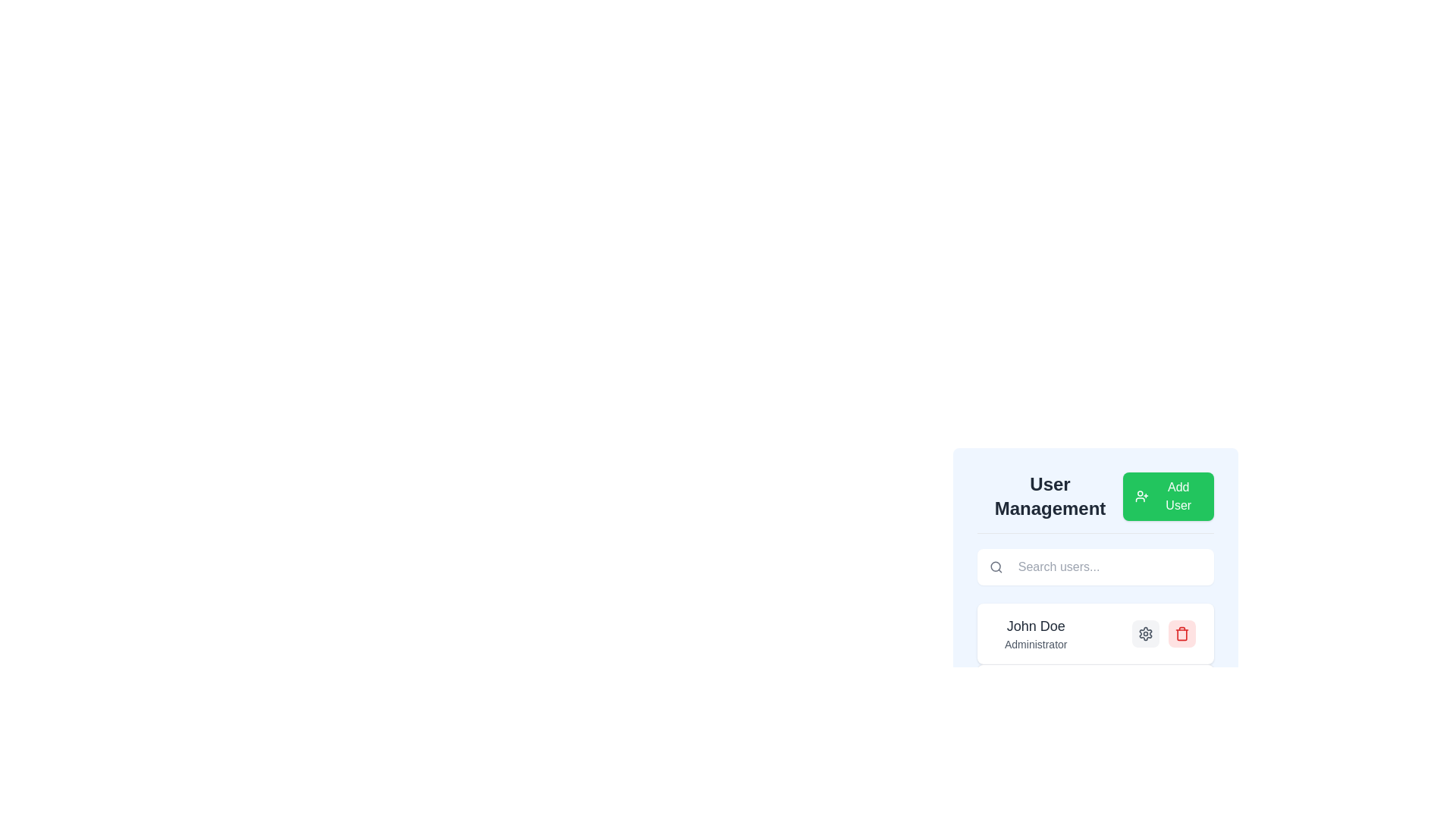 This screenshot has width=1456, height=819. What do you see at coordinates (1095, 567) in the screenshot?
I see `the search input field with the placeholder 'Search users...' to bring up the context menu` at bounding box center [1095, 567].